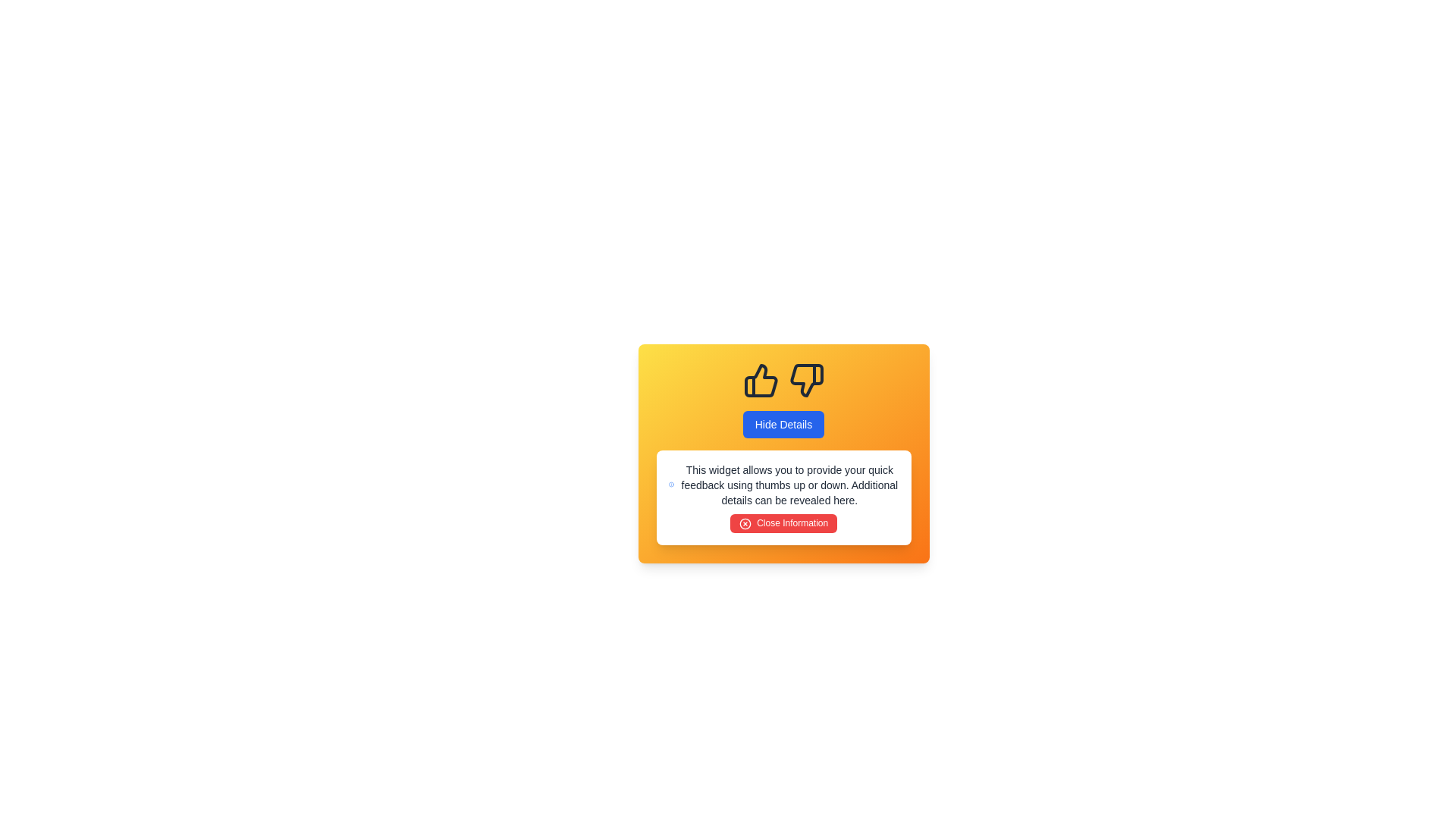  Describe the element at coordinates (789, 485) in the screenshot. I see `textual description that provides quick feedback instructions, which is styled in small gray font and located below the thumbs icons and adjacent to the 'Hide Details' button` at that location.